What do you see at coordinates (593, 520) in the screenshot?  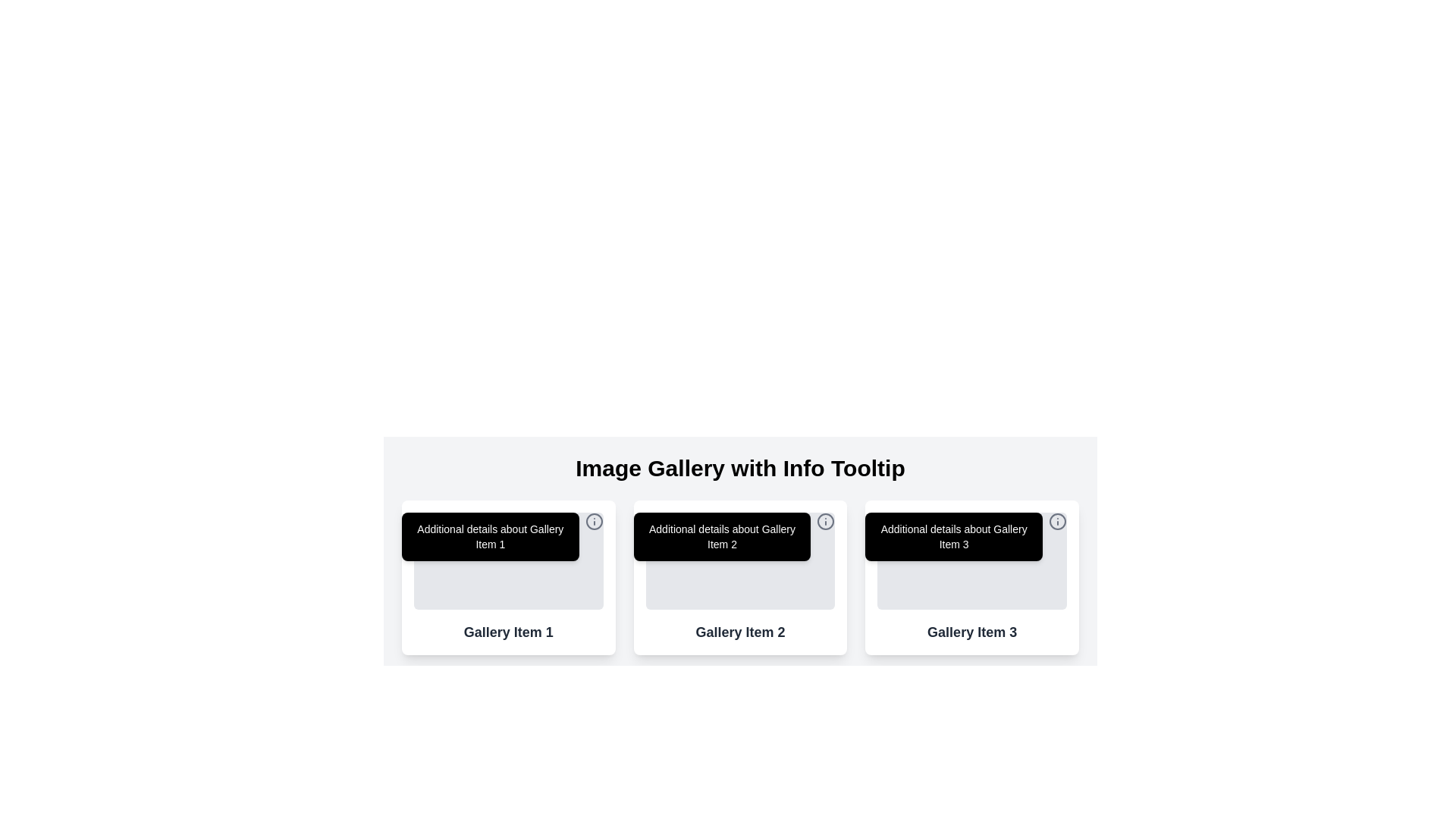 I see `the info icon located in the top-right corner of the card for 'Gallery Item 1'` at bounding box center [593, 520].